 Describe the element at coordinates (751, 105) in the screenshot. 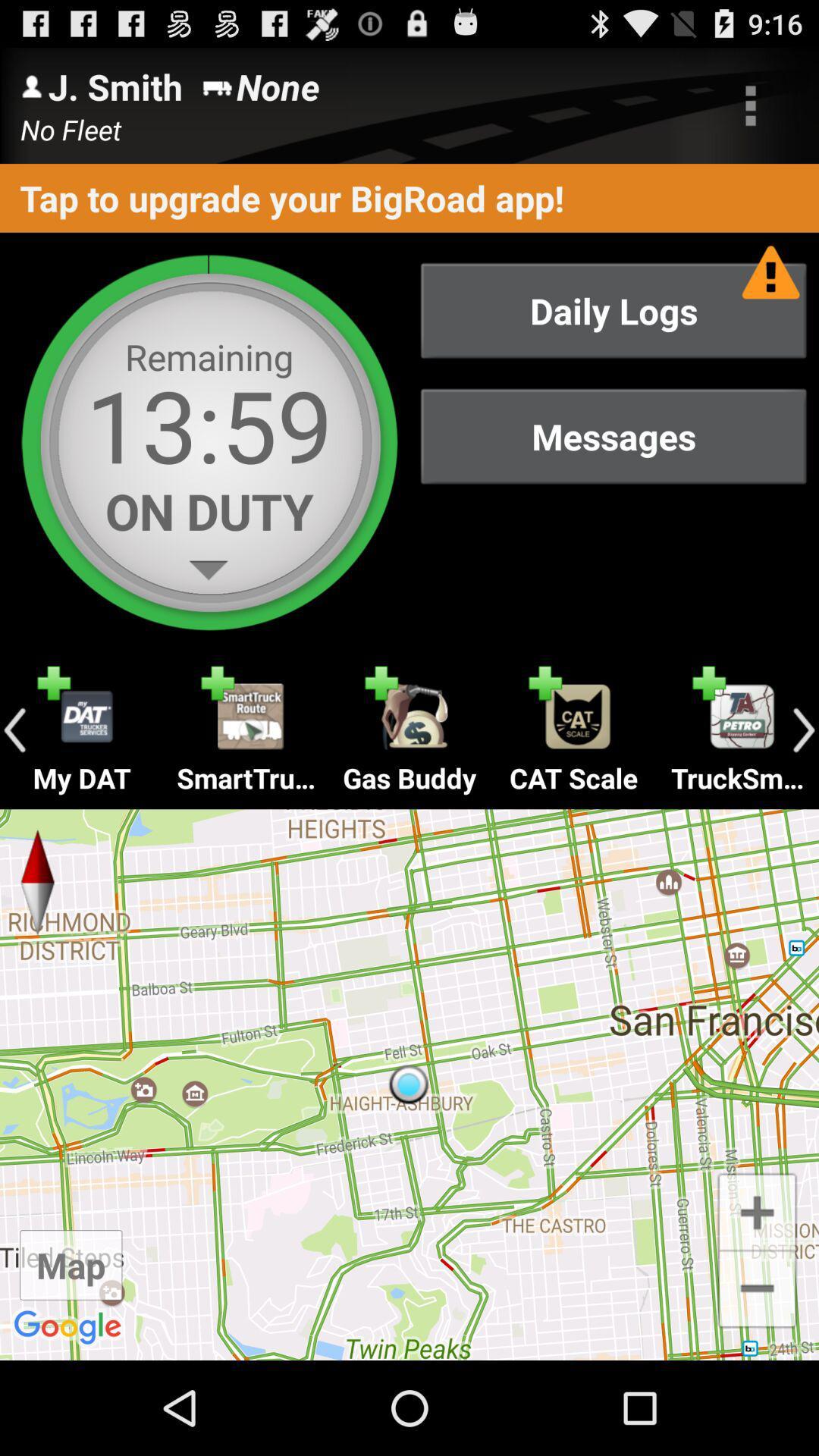

I see `item next to none` at that location.